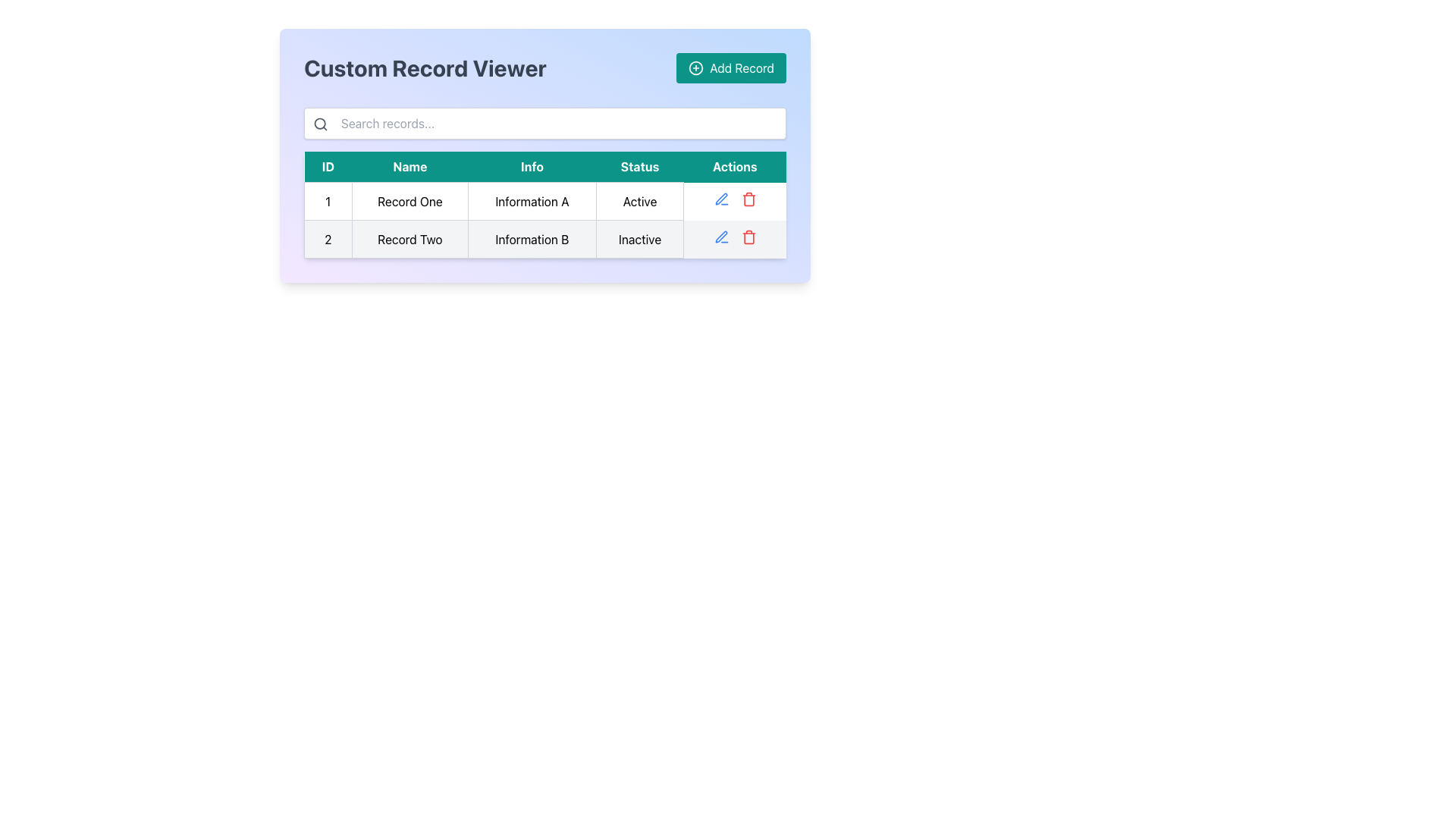  Describe the element at coordinates (545, 67) in the screenshot. I see `the title of the Header with Action Button` at that location.